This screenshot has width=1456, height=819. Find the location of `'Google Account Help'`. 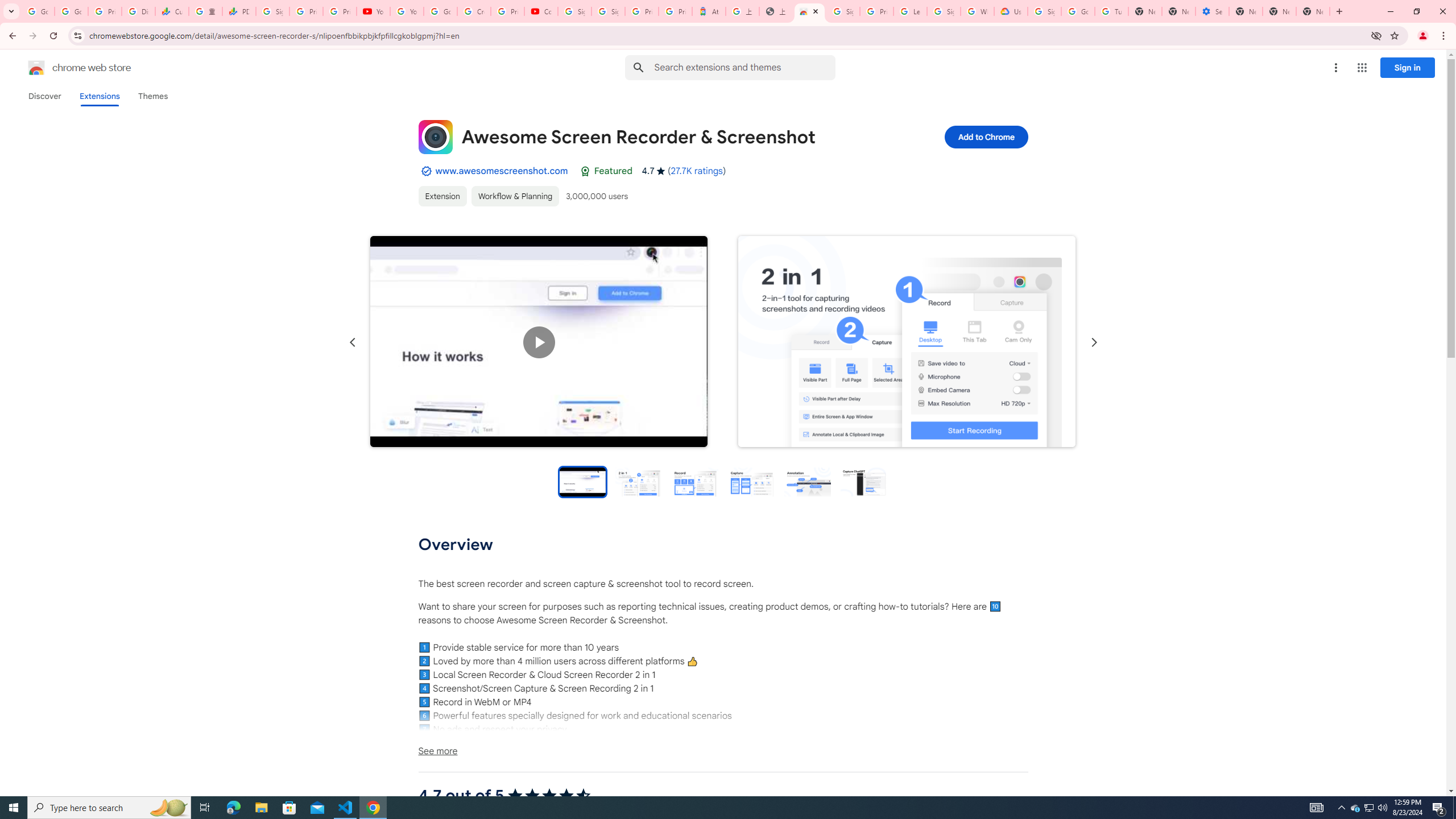

'Google Account Help' is located at coordinates (1077, 11).